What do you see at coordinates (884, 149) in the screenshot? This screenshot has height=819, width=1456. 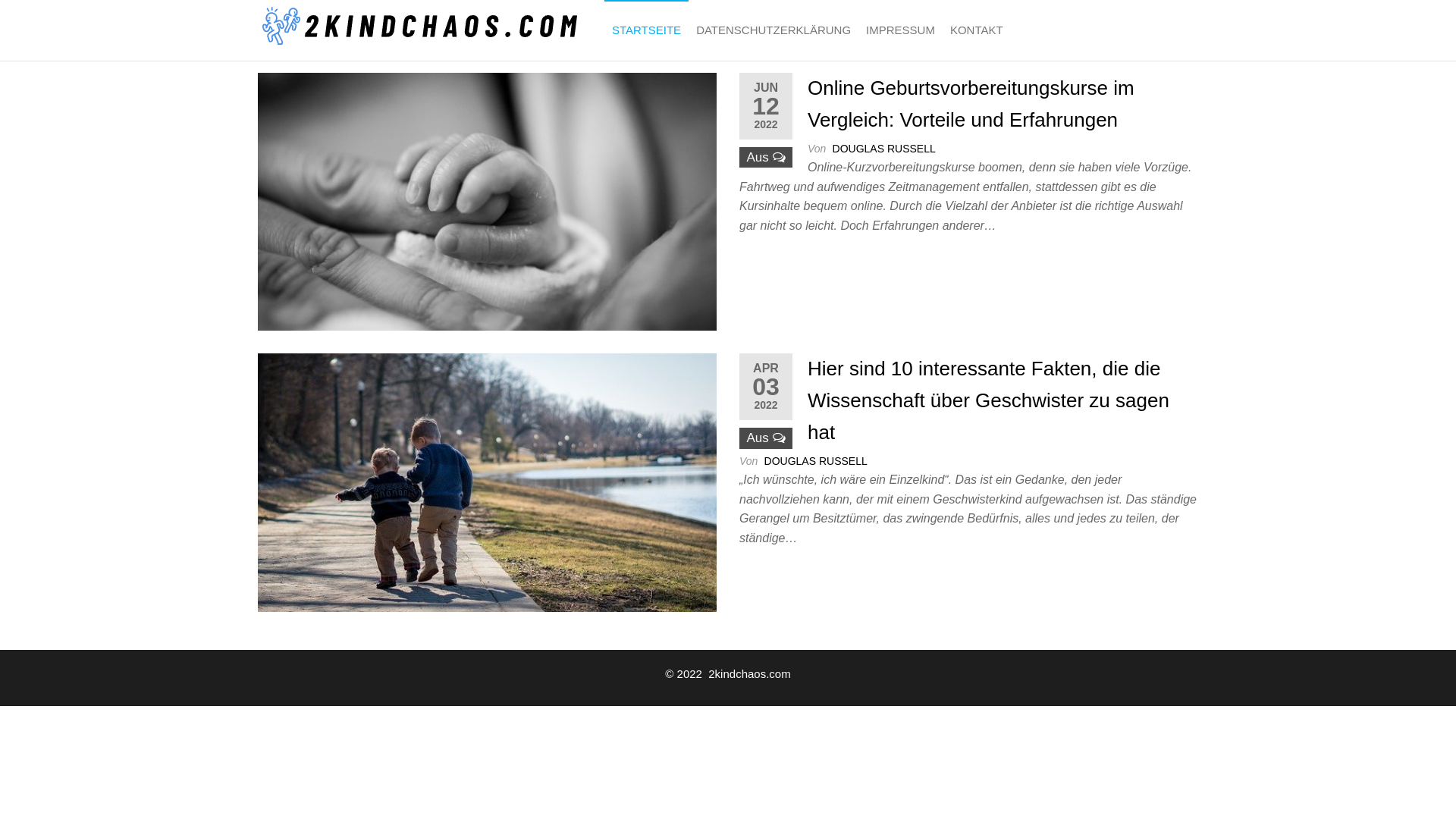 I see `'DOUGLAS RUSSELL'` at bounding box center [884, 149].